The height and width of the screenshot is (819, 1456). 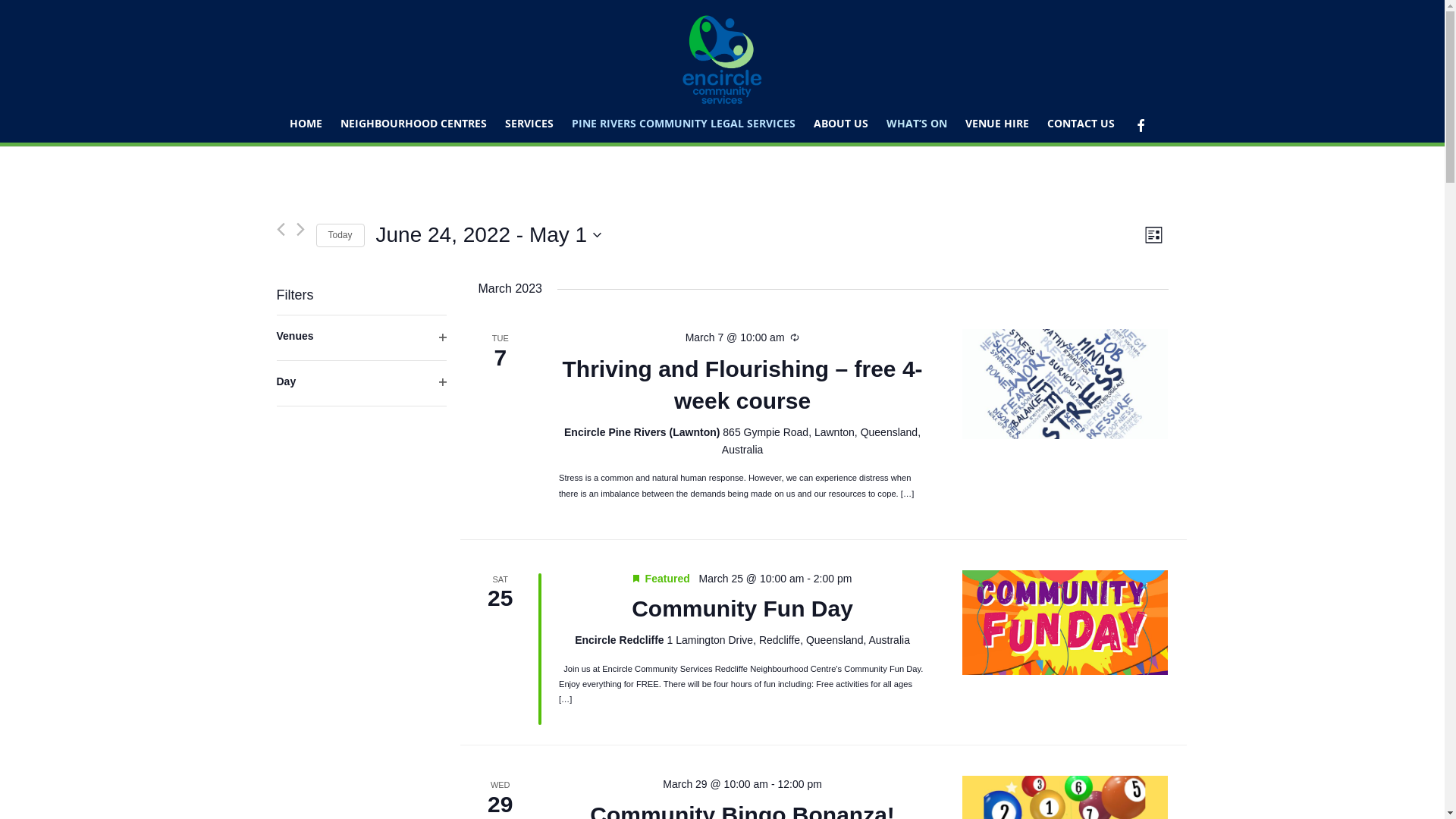 I want to click on 'CONTACT US', so click(x=1079, y=122).